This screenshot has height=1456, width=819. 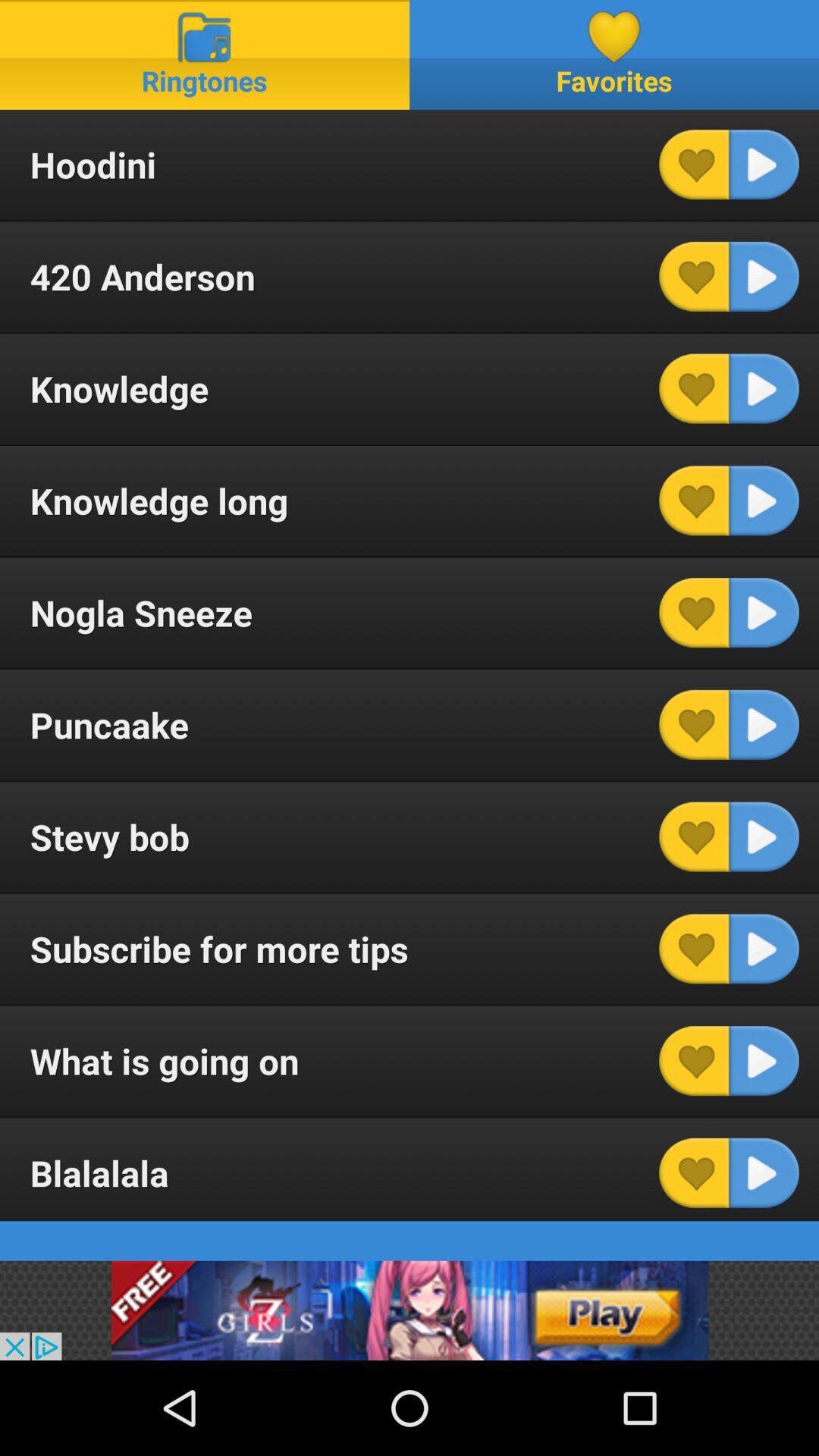 What do you see at coordinates (694, 948) in the screenshot?
I see `box` at bounding box center [694, 948].